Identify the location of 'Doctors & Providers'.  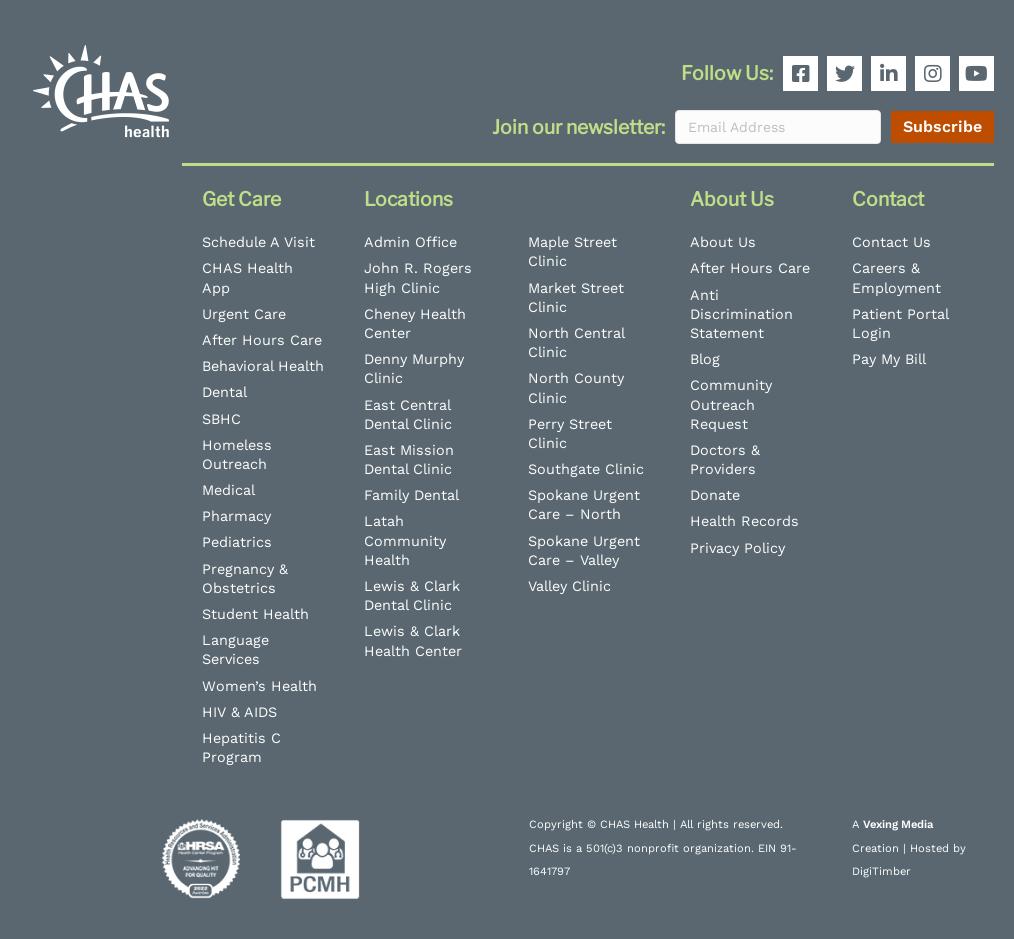
(722, 458).